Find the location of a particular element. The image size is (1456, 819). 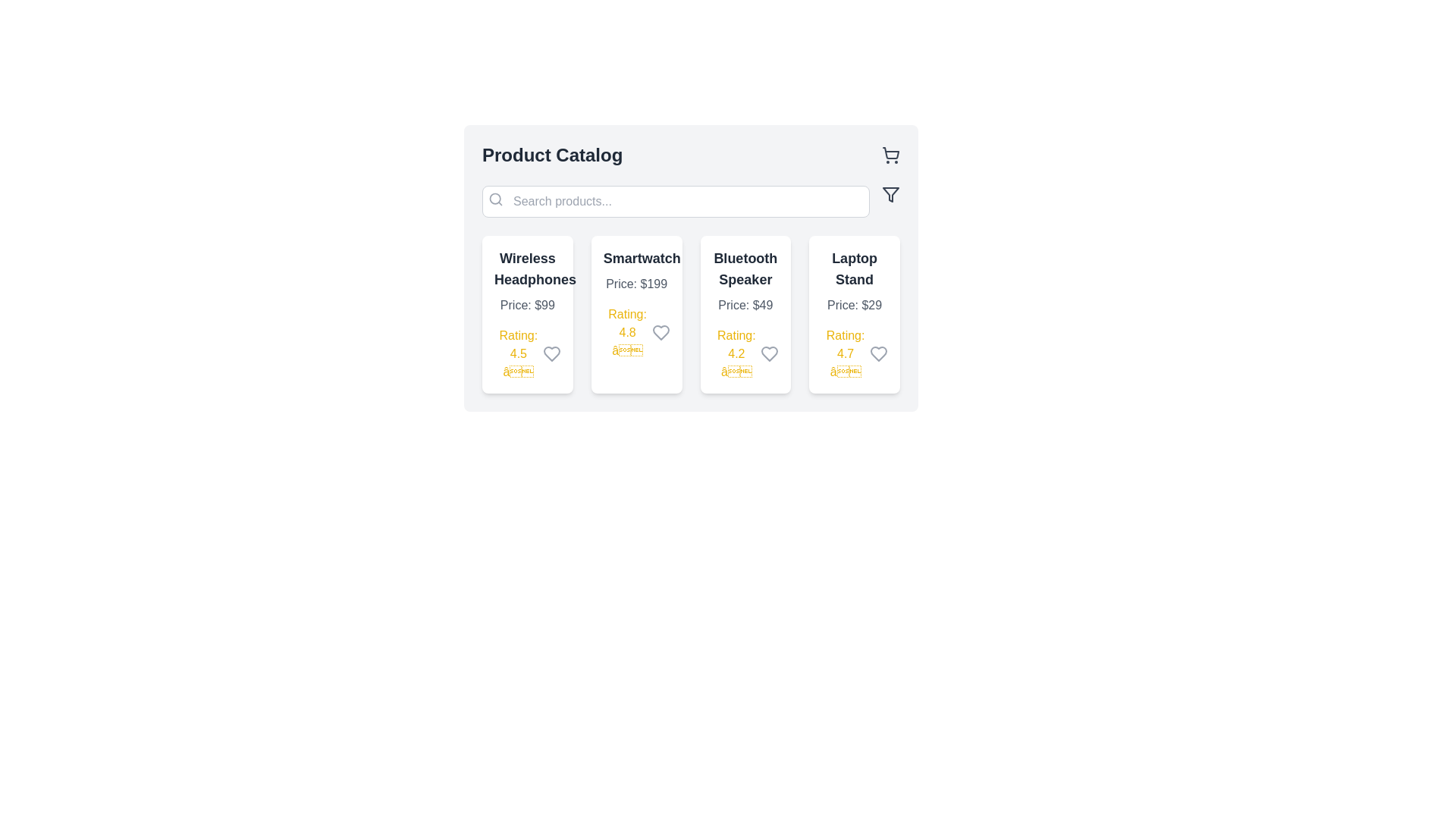

the magnifying glass search icon located inside the search input field of the 'Product Catalog' panel is located at coordinates (495, 198).